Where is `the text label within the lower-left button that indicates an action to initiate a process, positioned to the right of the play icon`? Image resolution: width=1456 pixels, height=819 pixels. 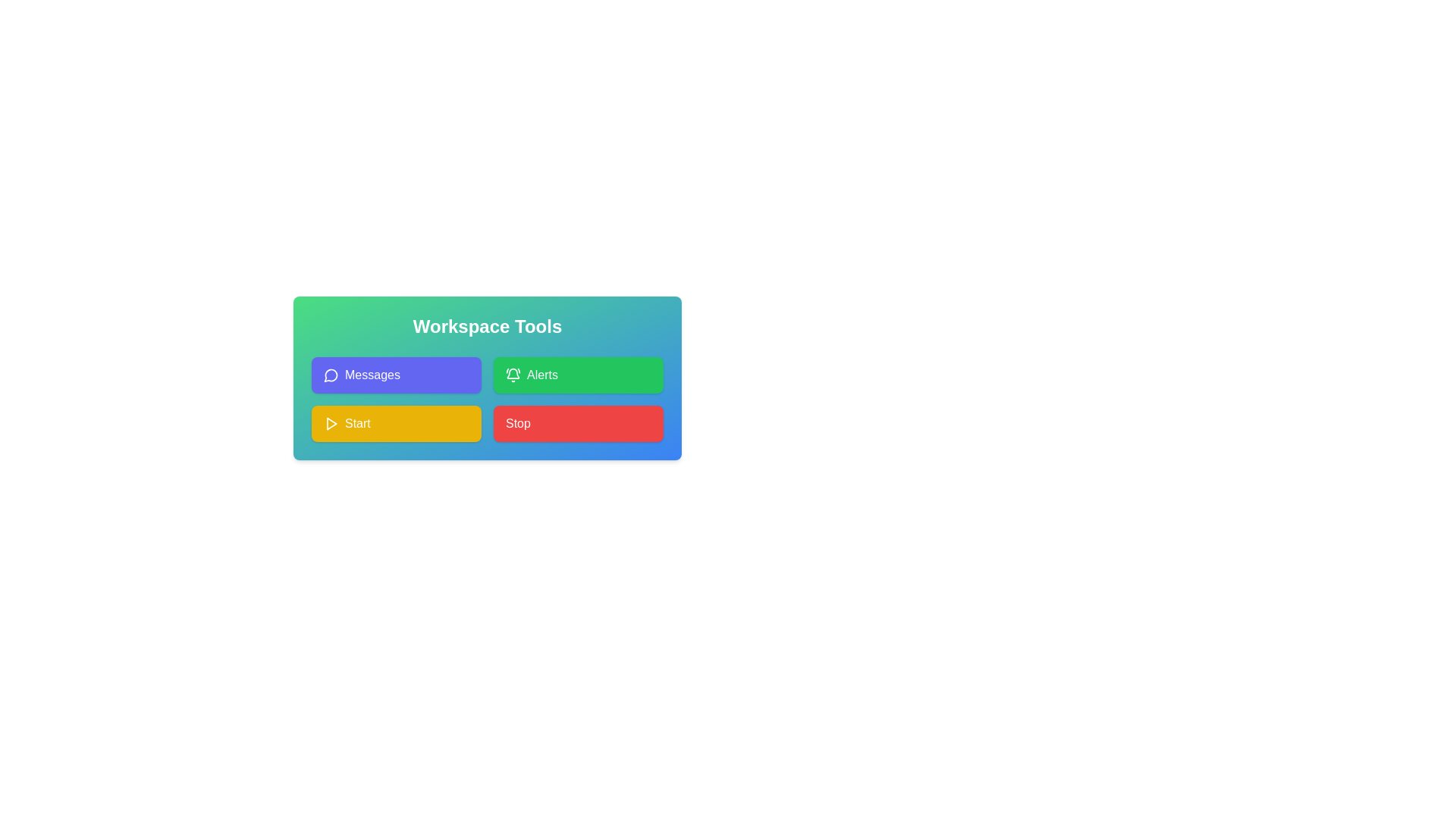
the text label within the lower-left button that indicates an action to initiate a process, positioned to the right of the play icon is located at coordinates (356, 424).